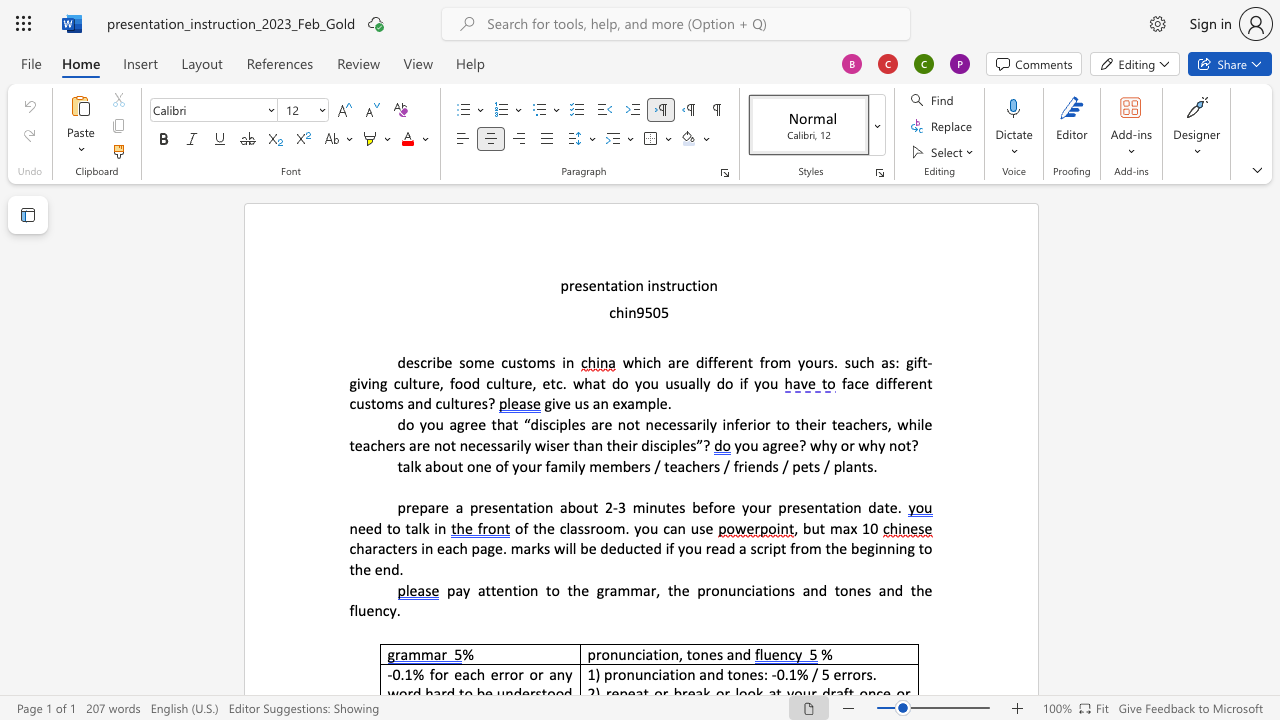 The height and width of the screenshot is (720, 1280). I want to click on the space between the continuous character "e" and "s" in the text, so click(481, 403).